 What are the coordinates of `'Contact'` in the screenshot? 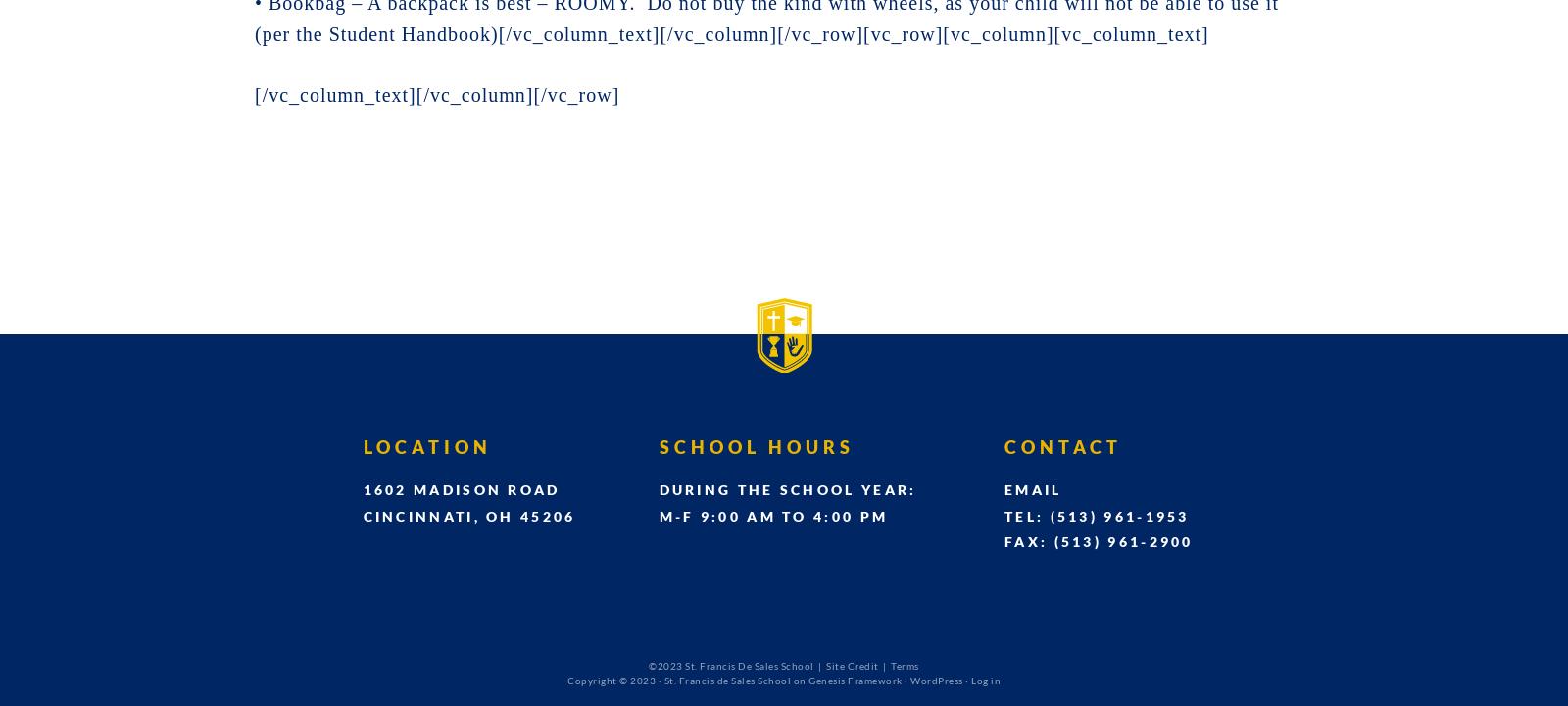 It's located at (1062, 445).